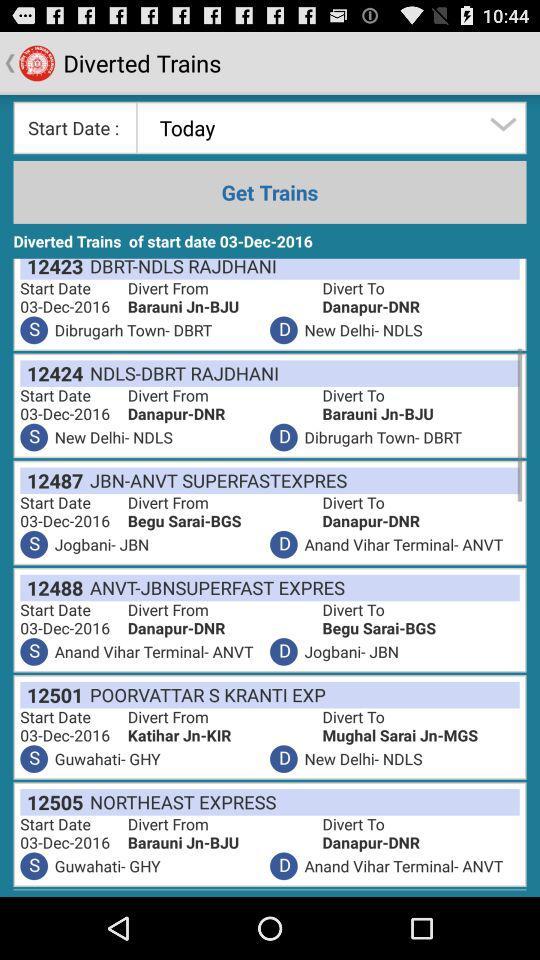 The image size is (540, 960). What do you see at coordinates (51, 480) in the screenshot?
I see `the icon to the left of the jbn-anvt superfastexpres` at bounding box center [51, 480].